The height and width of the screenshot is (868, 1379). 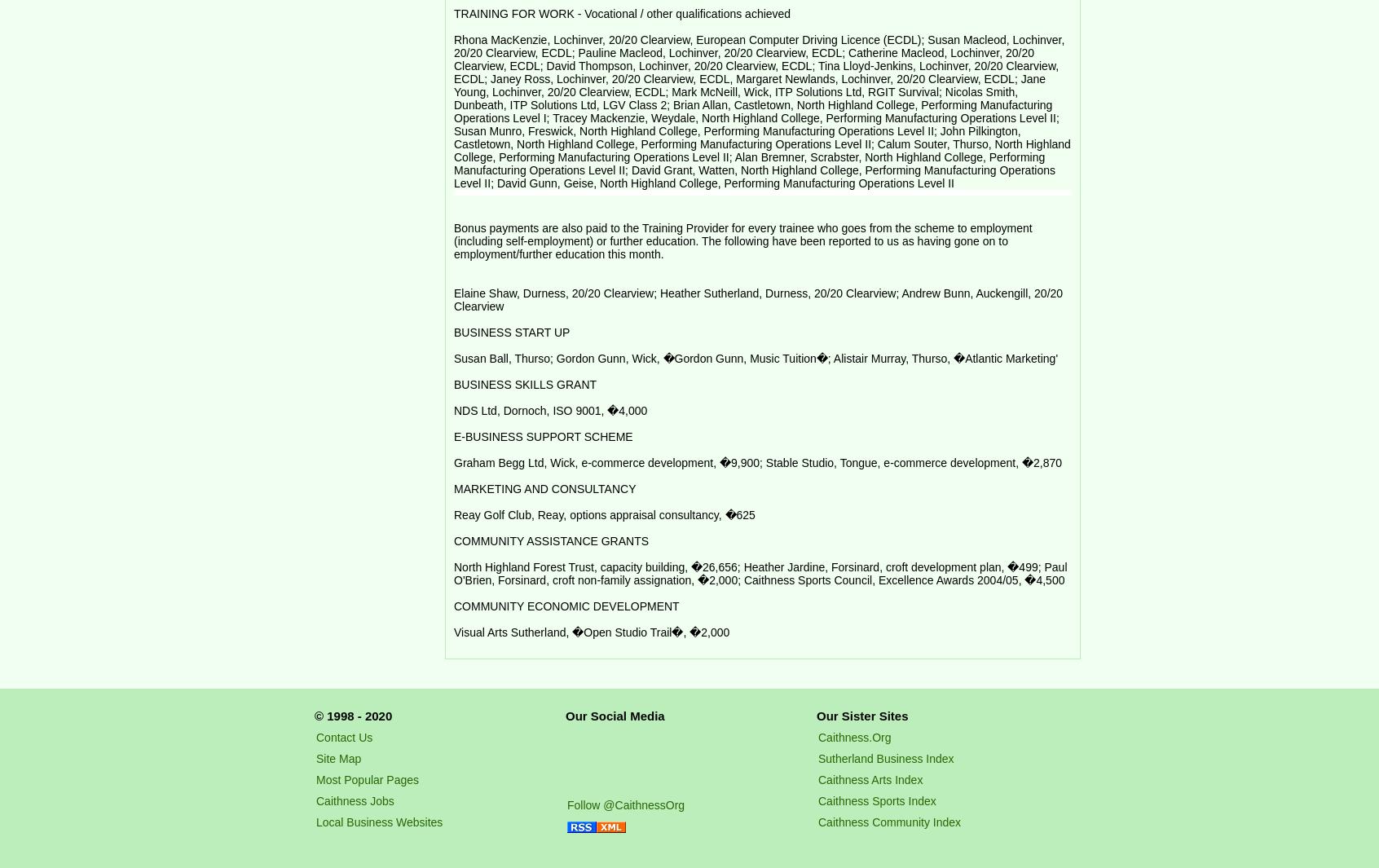 I want to click on 'Caithness Arts Index', so click(x=817, y=779).